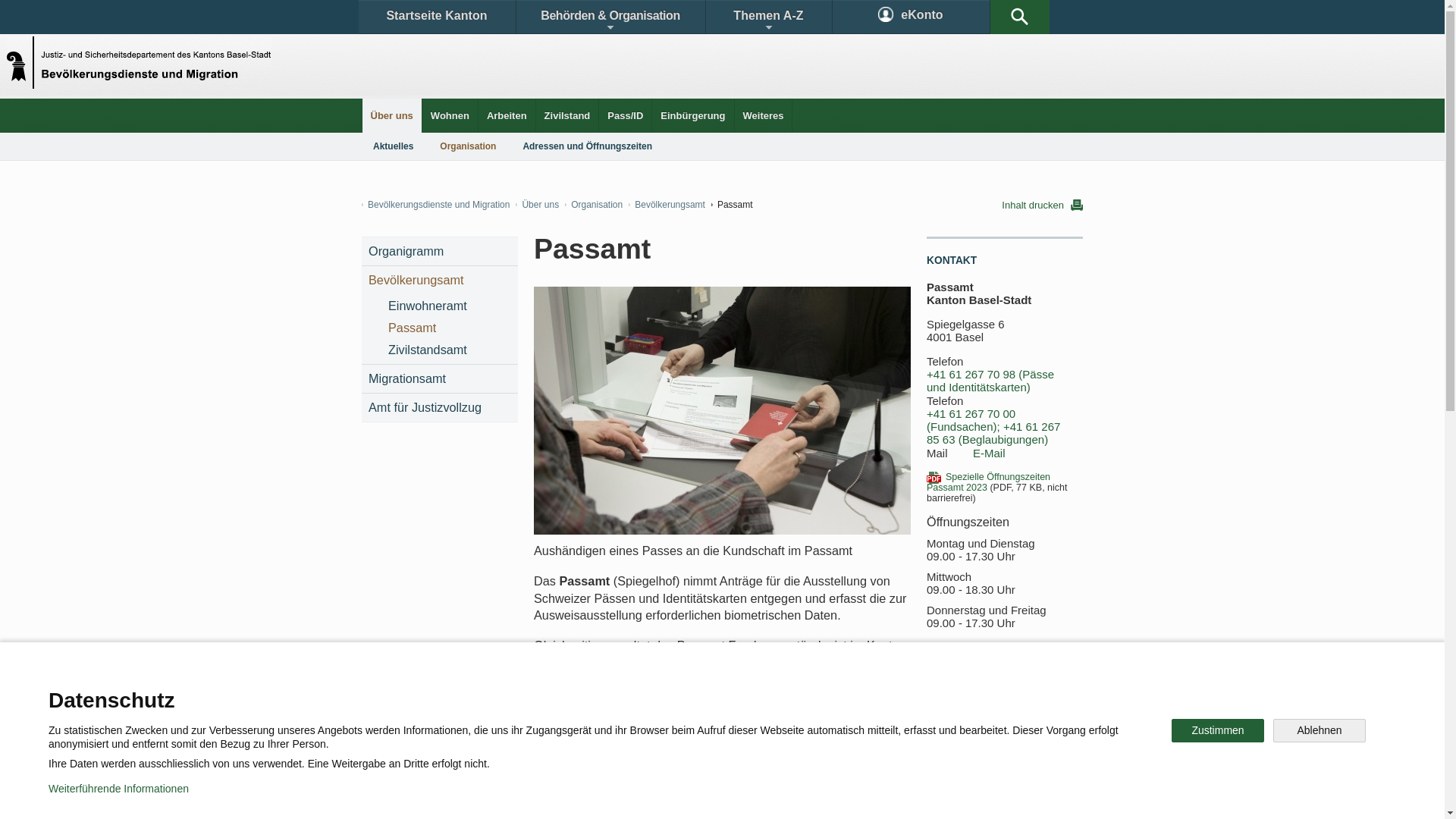  Describe the element at coordinates (449, 350) in the screenshot. I see `'Zivilstandsamt'` at that location.